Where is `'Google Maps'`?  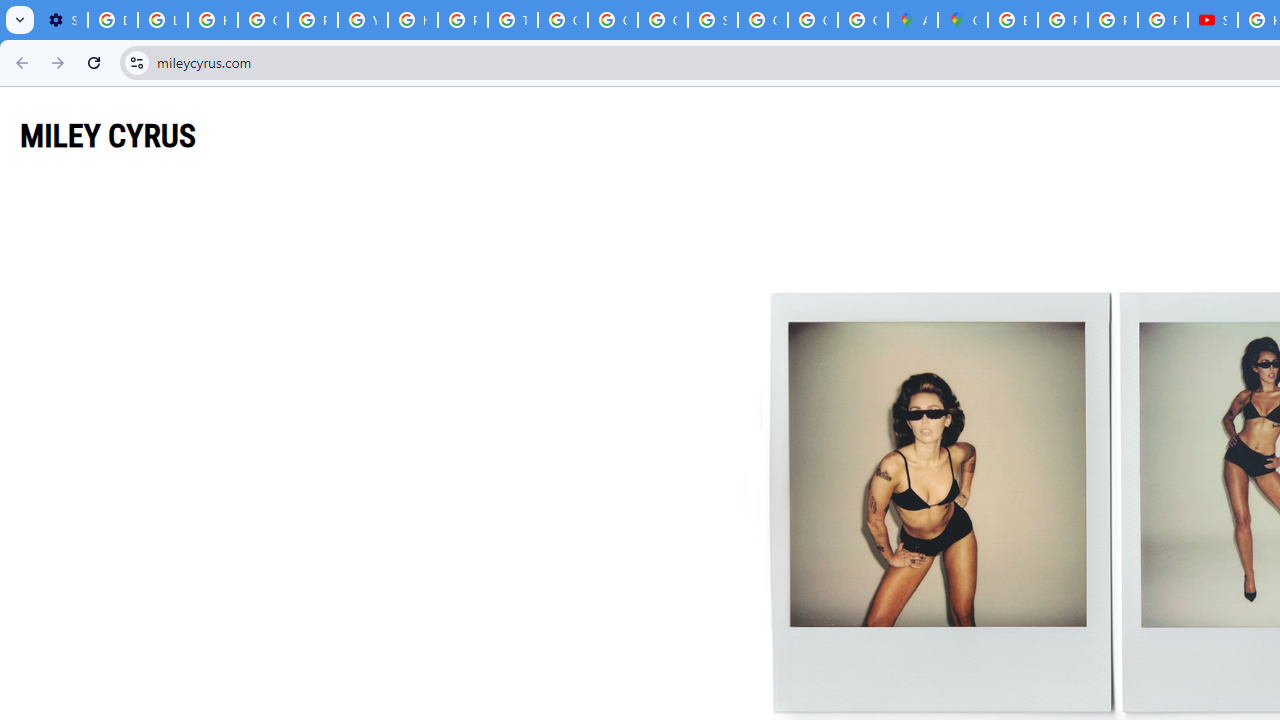
'Google Maps' is located at coordinates (963, 20).